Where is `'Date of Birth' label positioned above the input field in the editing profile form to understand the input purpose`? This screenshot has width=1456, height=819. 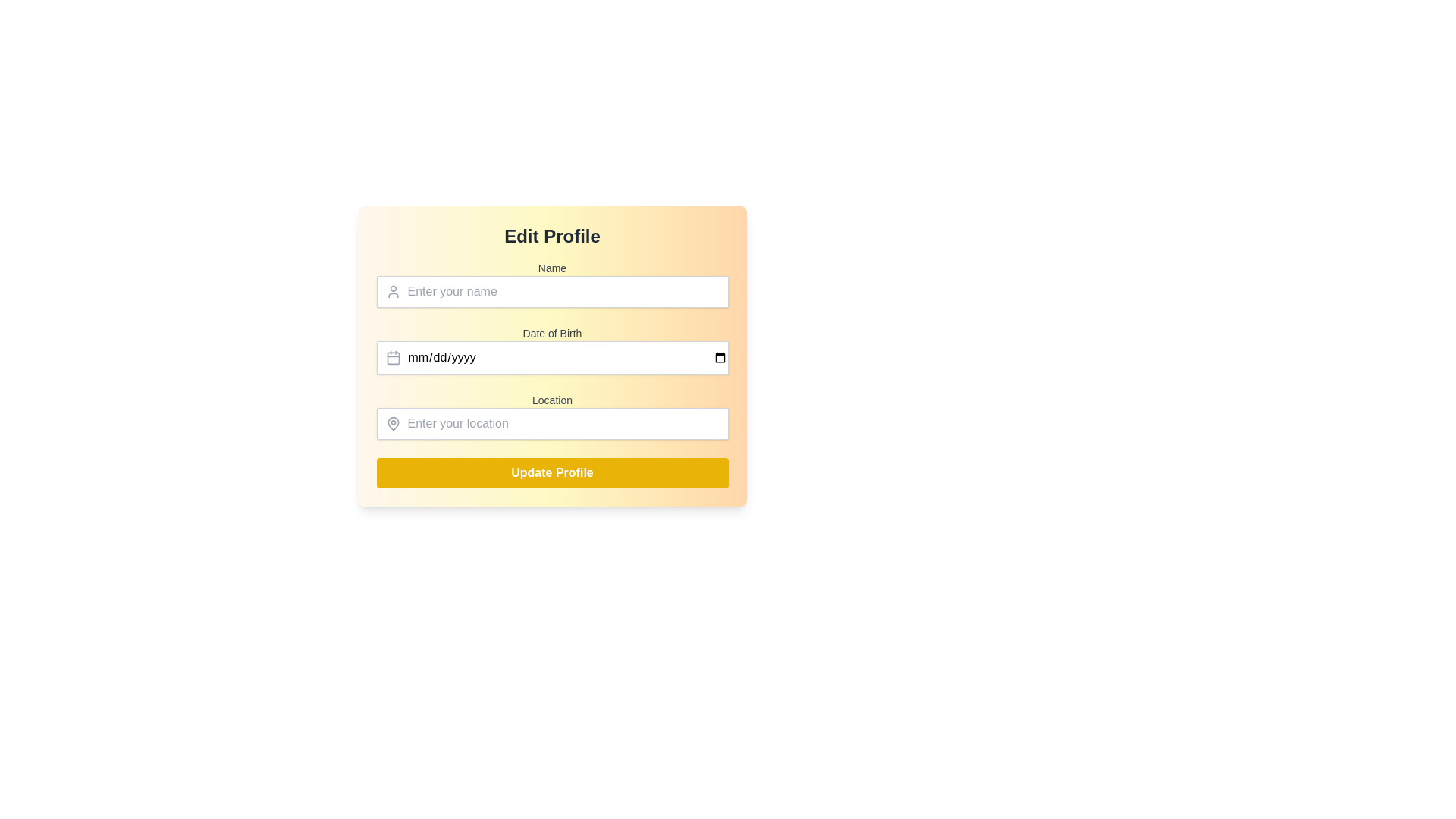 'Date of Birth' label positioned above the input field in the editing profile form to understand the input purpose is located at coordinates (551, 332).